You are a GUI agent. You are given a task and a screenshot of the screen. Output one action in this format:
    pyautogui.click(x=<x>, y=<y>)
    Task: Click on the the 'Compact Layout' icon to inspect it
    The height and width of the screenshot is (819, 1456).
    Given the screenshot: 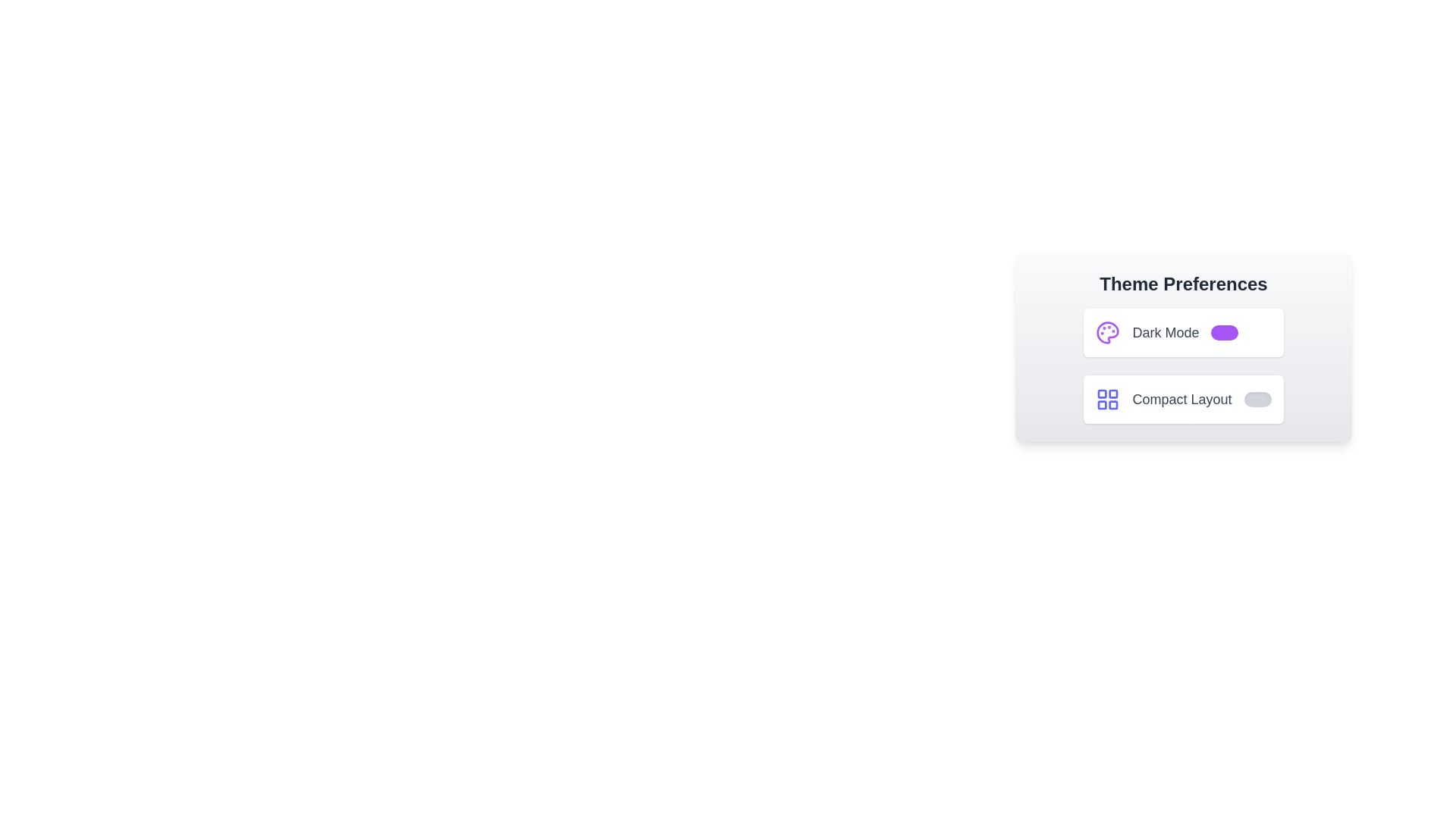 What is the action you would take?
    pyautogui.click(x=1107, y=399)
    